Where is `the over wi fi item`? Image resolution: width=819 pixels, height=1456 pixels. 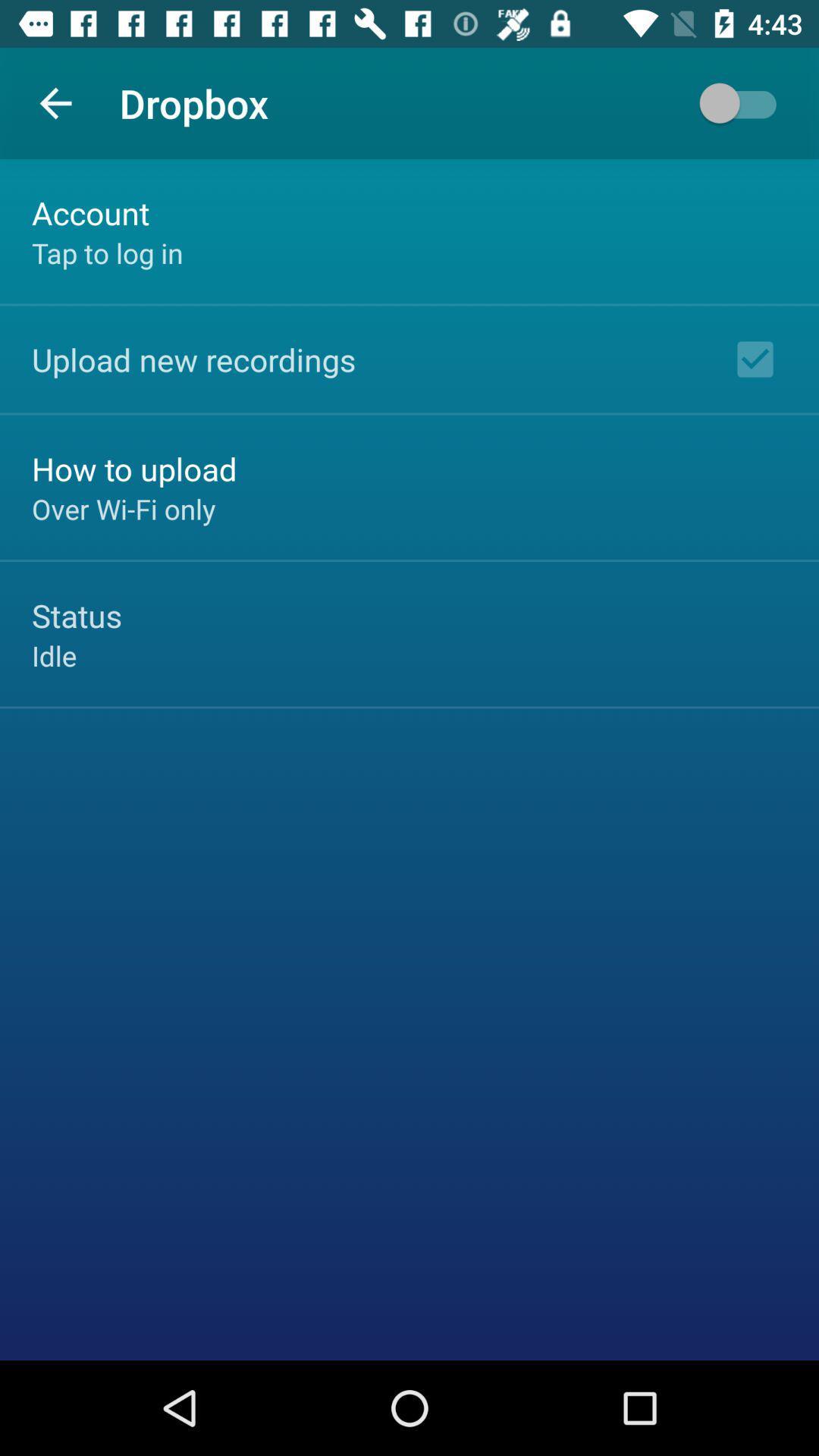
the over wi fi item is located at coordinates (123, 509).